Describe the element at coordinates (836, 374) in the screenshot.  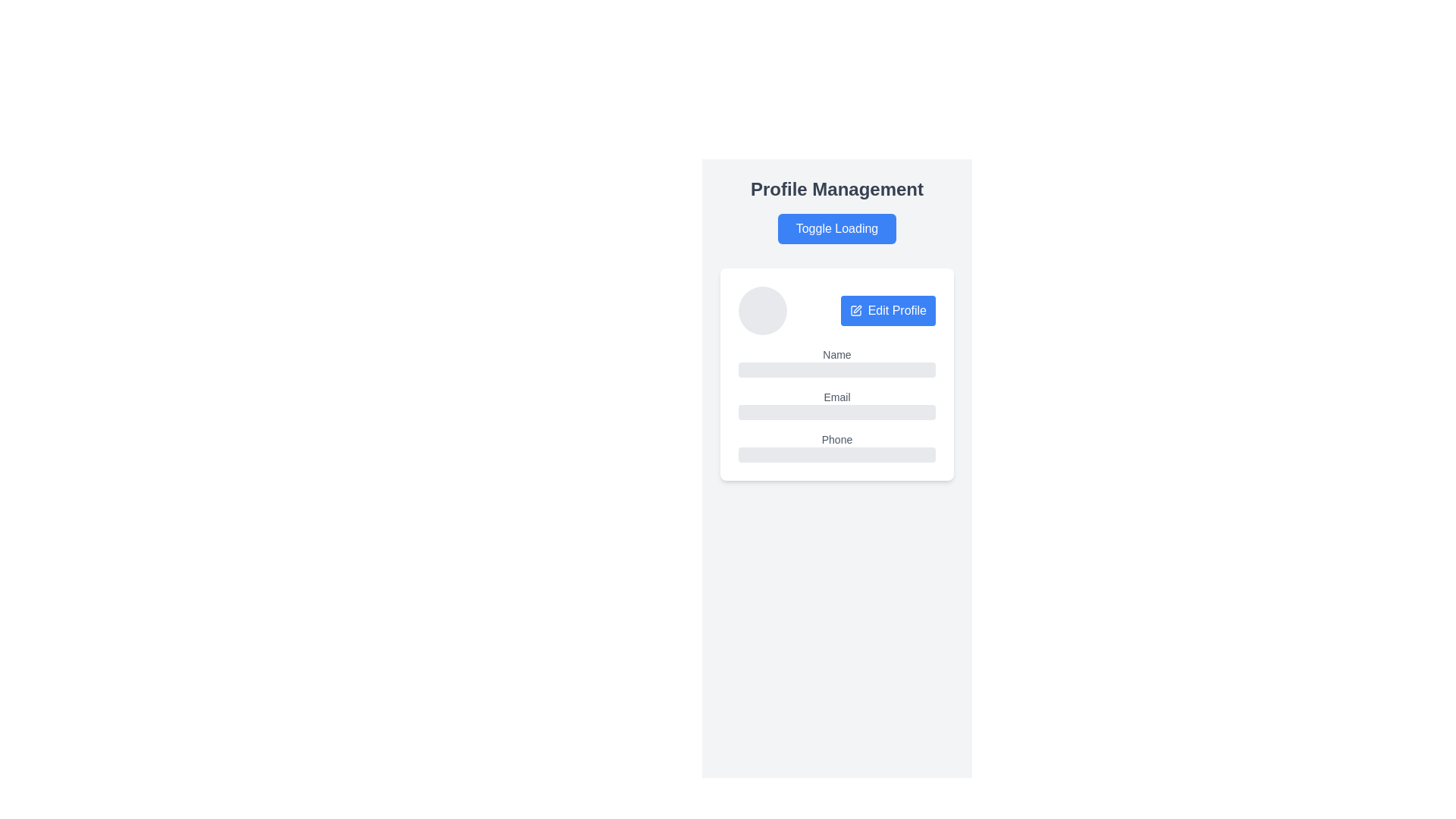
I see `the information fields in the profile details card located centrally below the 'Profile Management' heading and 'Toggle Loading' button` at that location.